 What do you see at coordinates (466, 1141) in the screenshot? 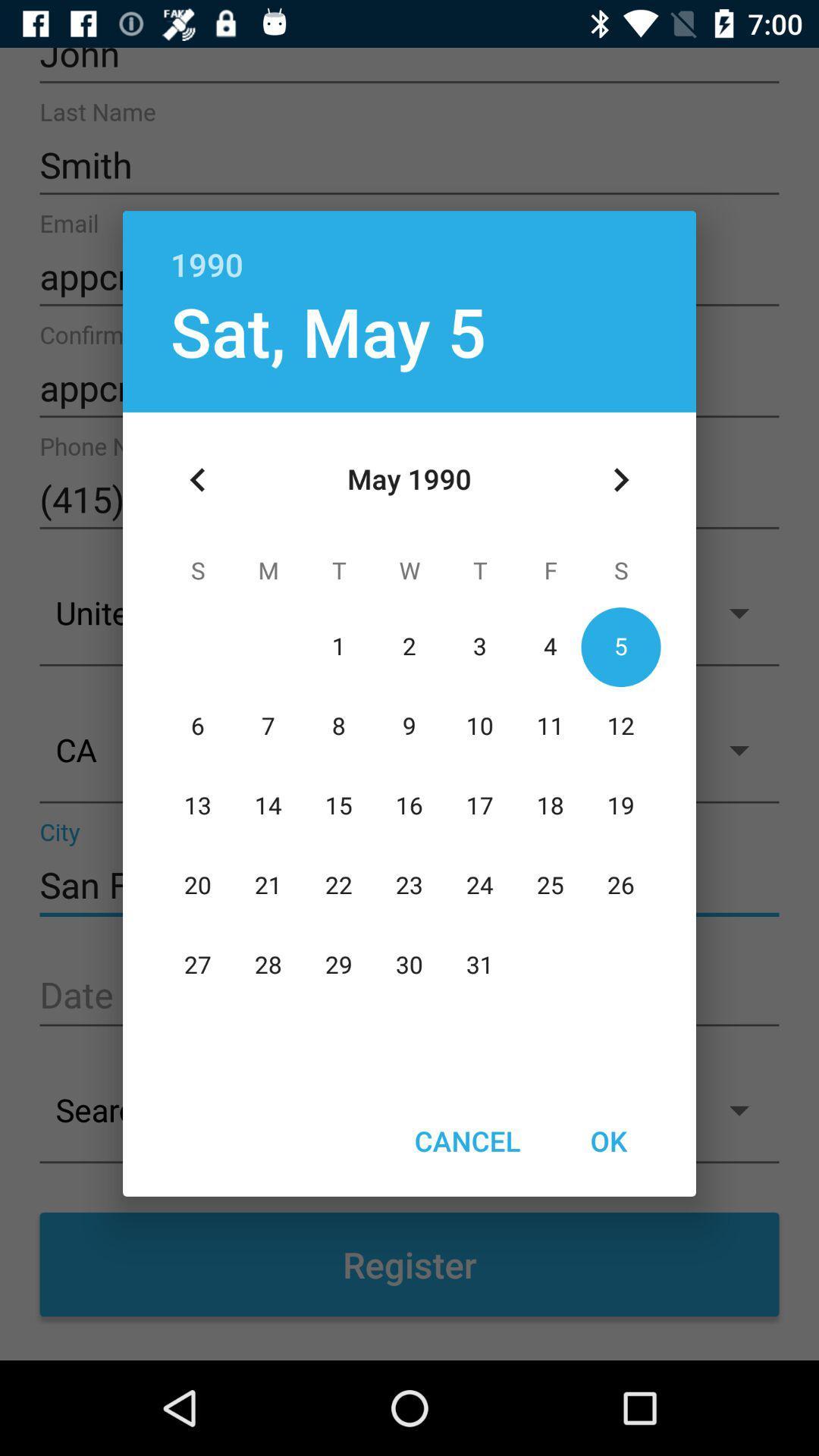
I see `the icon next to ok` at bounding box center [466, 1141].